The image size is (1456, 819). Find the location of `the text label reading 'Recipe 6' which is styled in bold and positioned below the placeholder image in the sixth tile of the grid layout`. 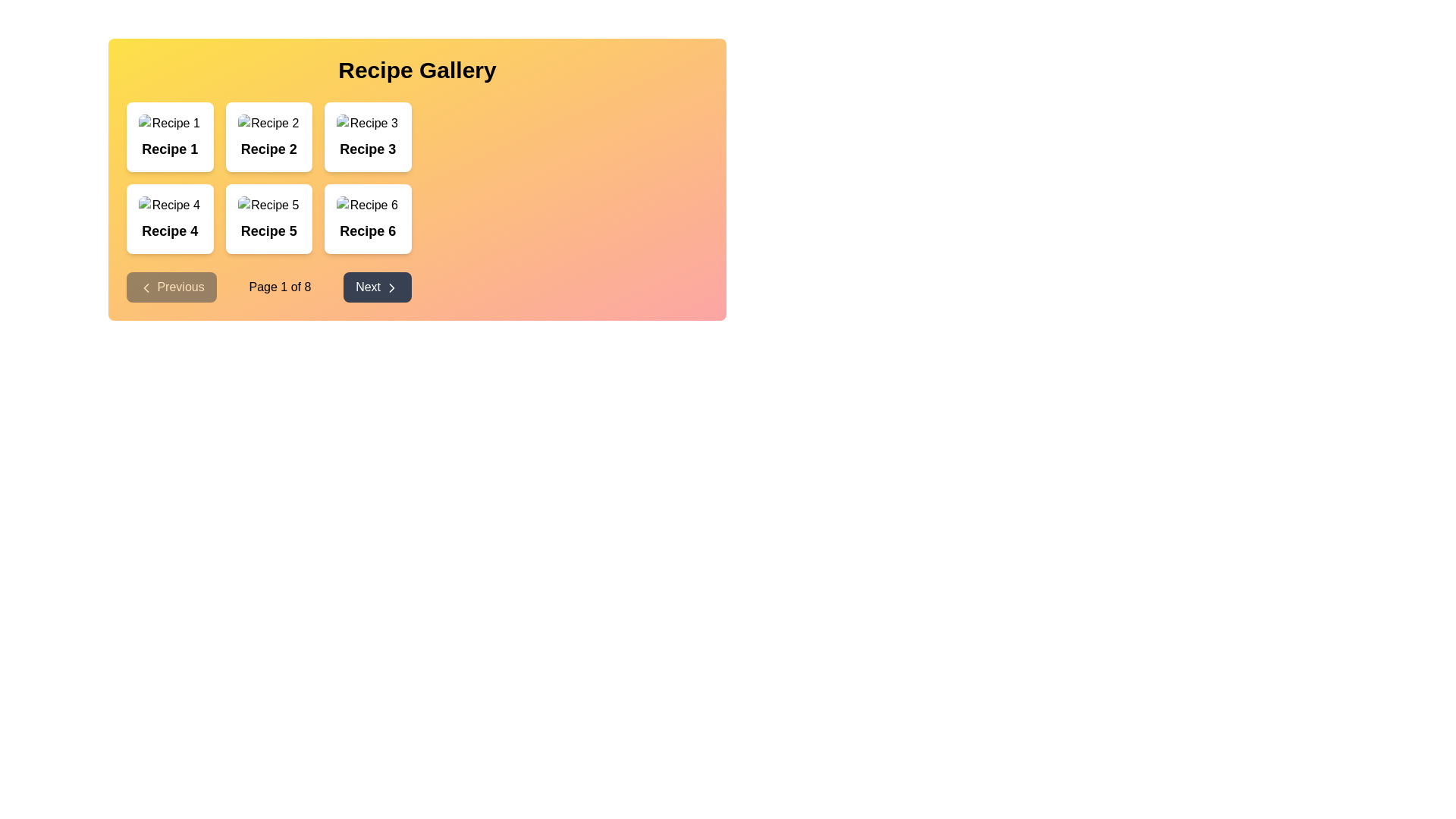

the text label reading 'Recipe 6' which is styled in bold and positioned below the placeholder image in the sixth tile of the grid layout is located at coordinates (368, 231).